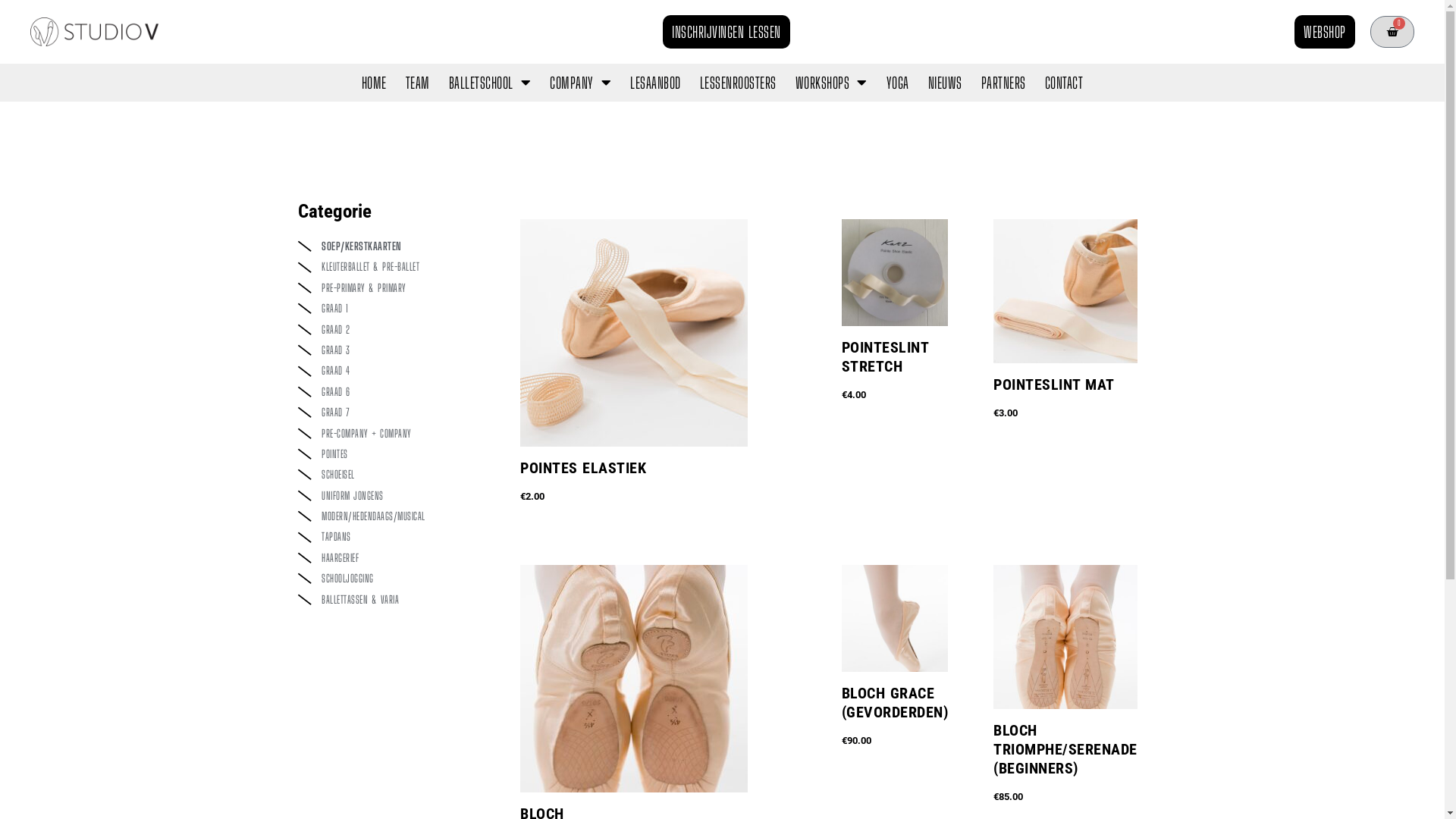 The image size is (1456, 819). Describe the element at coordinates (490, 82) in the screenshot. I see `'BALLETSCHOOL'` at that location.